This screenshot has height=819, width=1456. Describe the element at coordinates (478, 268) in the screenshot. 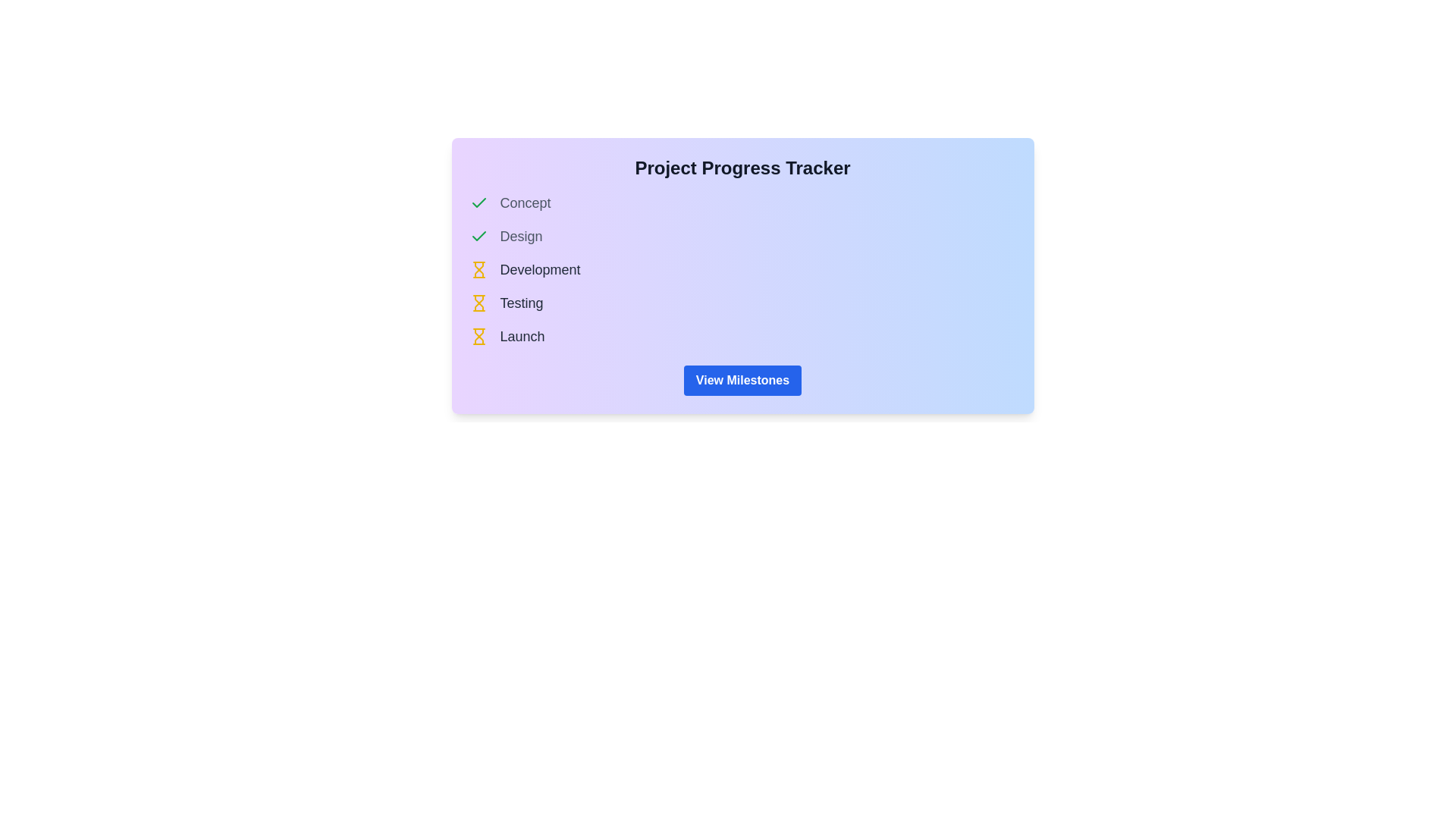

I see `the hourglass icon located to the left of the 'Development' text in the Project Progress Tracker, indicating the current stage is in progress` at that location.